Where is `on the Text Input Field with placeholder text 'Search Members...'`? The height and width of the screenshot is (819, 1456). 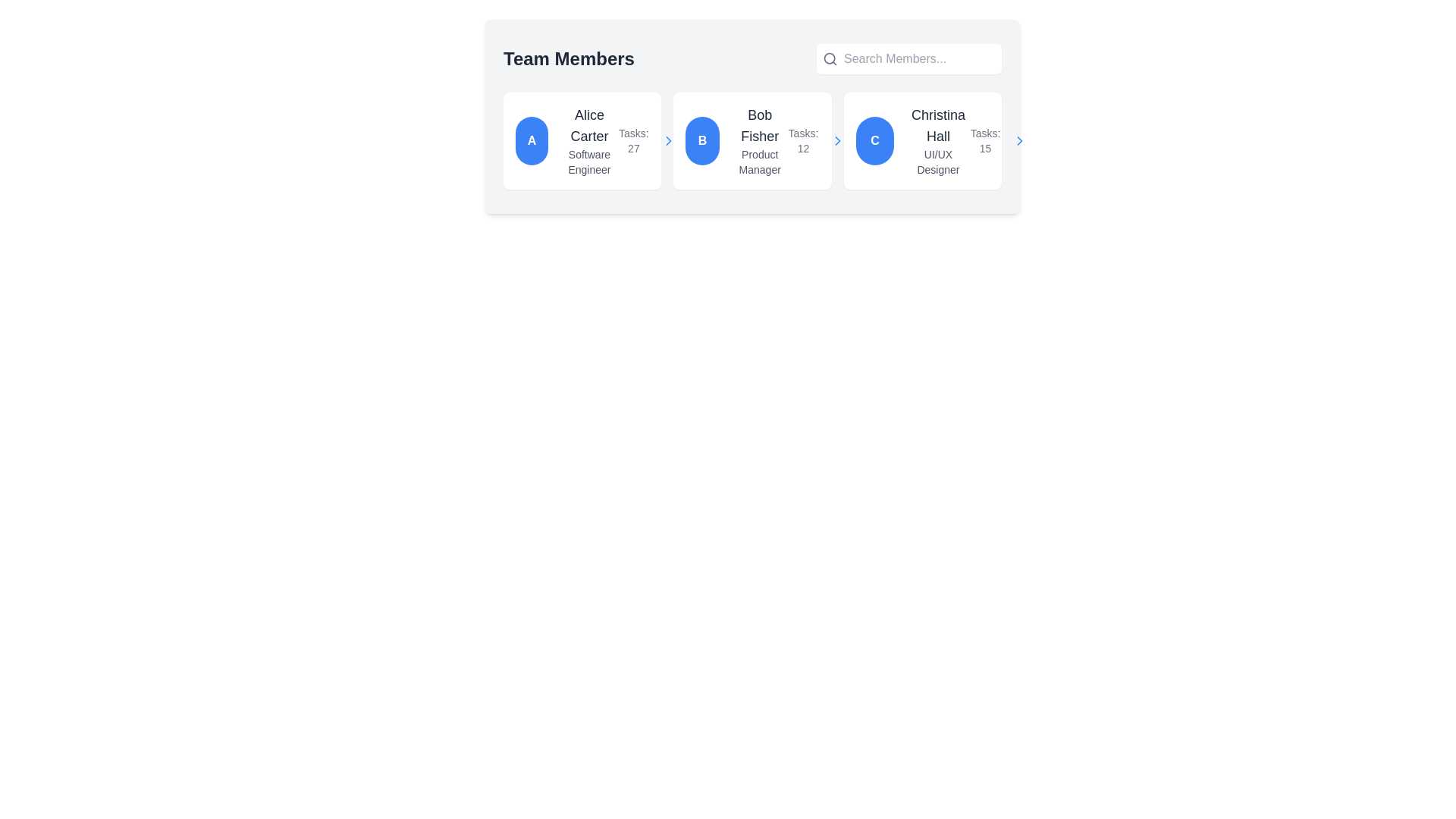 on the Text Input Field with placeholder text 'Search Members...' is located at coordinates (919, 58).